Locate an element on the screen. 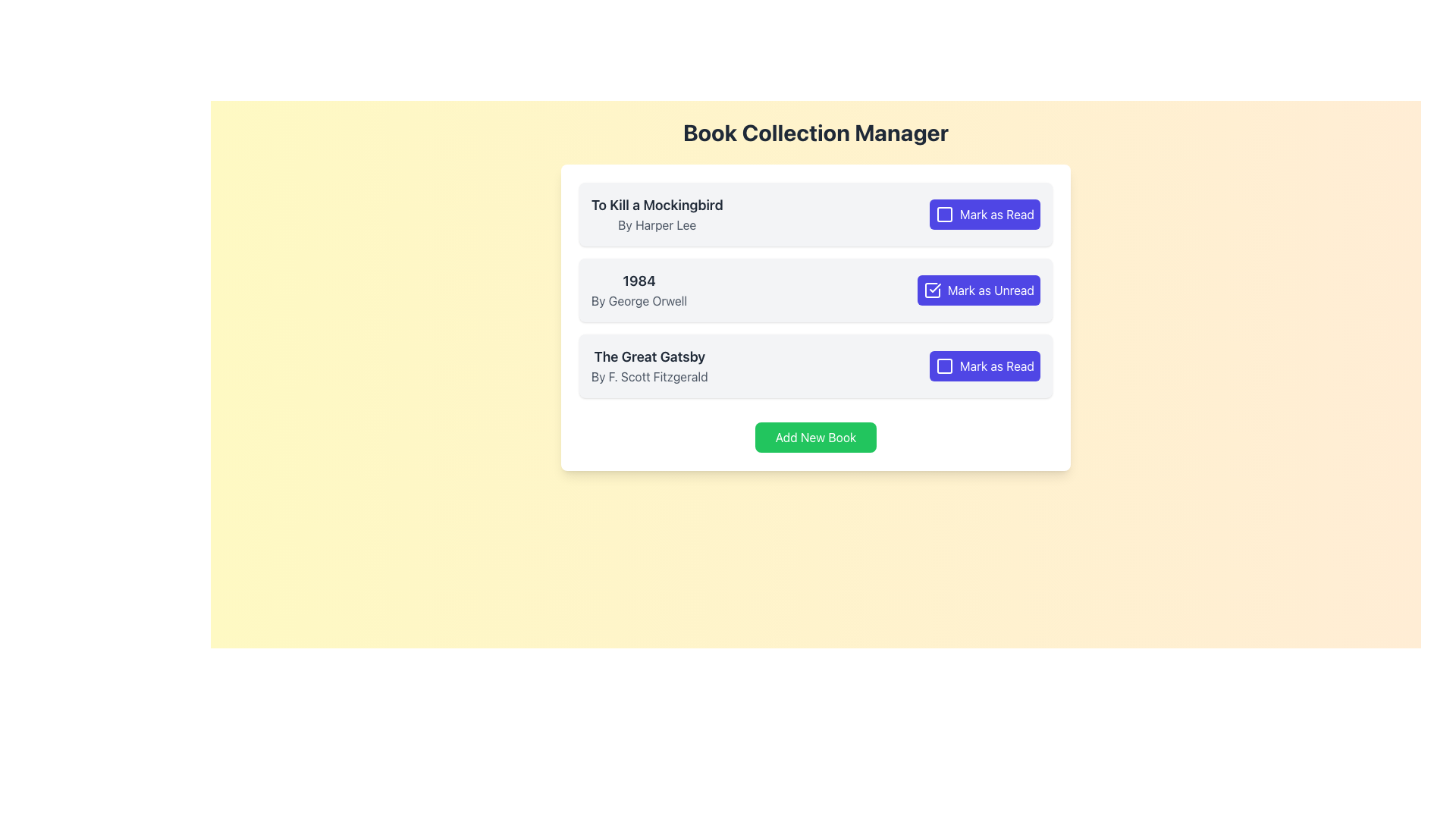  the 'Mark as Read' icon associated with the first book entry titled 'To Kill a Mockingbird' on the right side of the entry is located at coordinates (943, 214).